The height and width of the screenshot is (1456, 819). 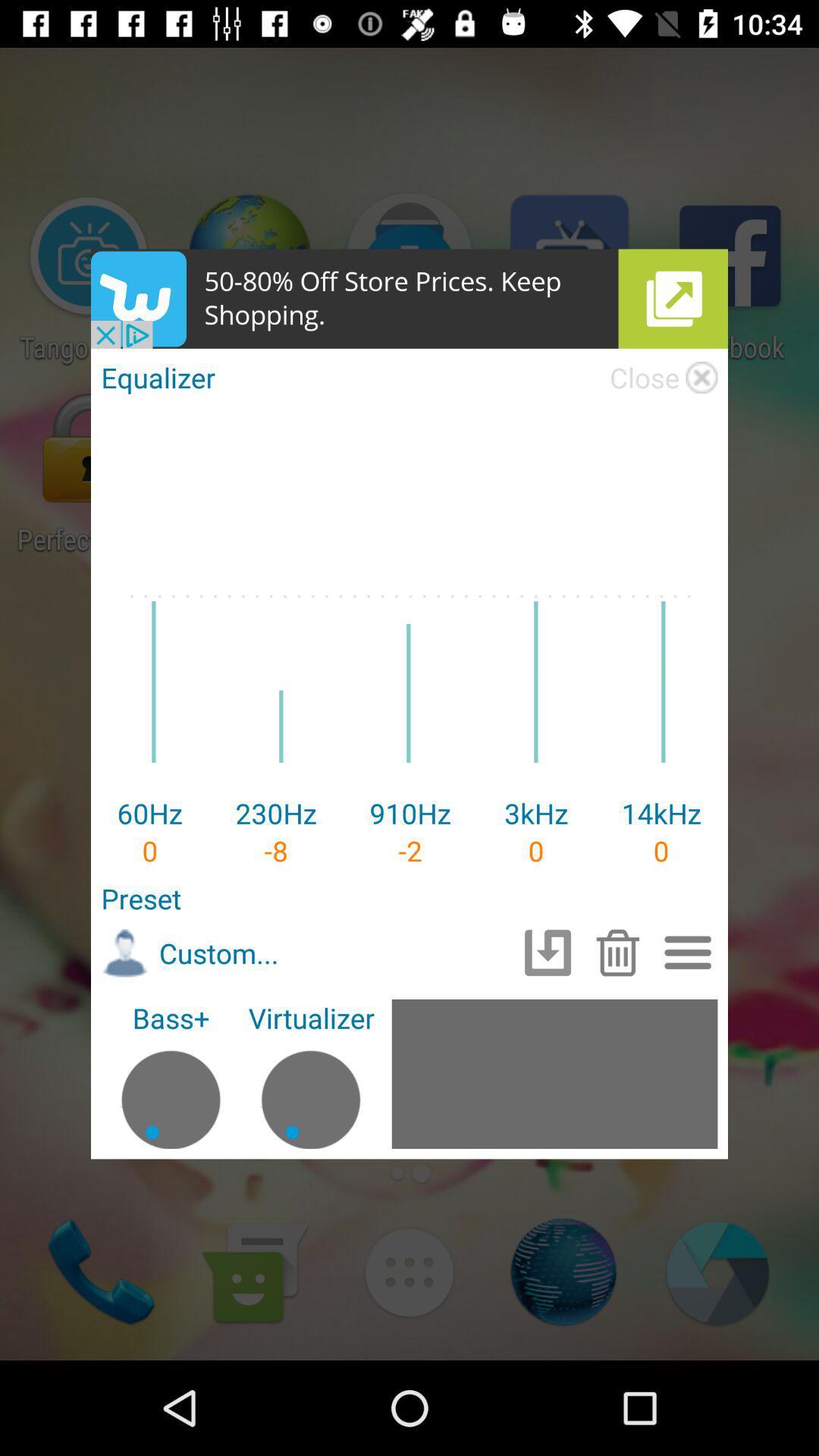 What do you see at coordinates (124, 952) in the screenshot?
I see `the image to the left of custom  text` at bounding box center [124, 952].